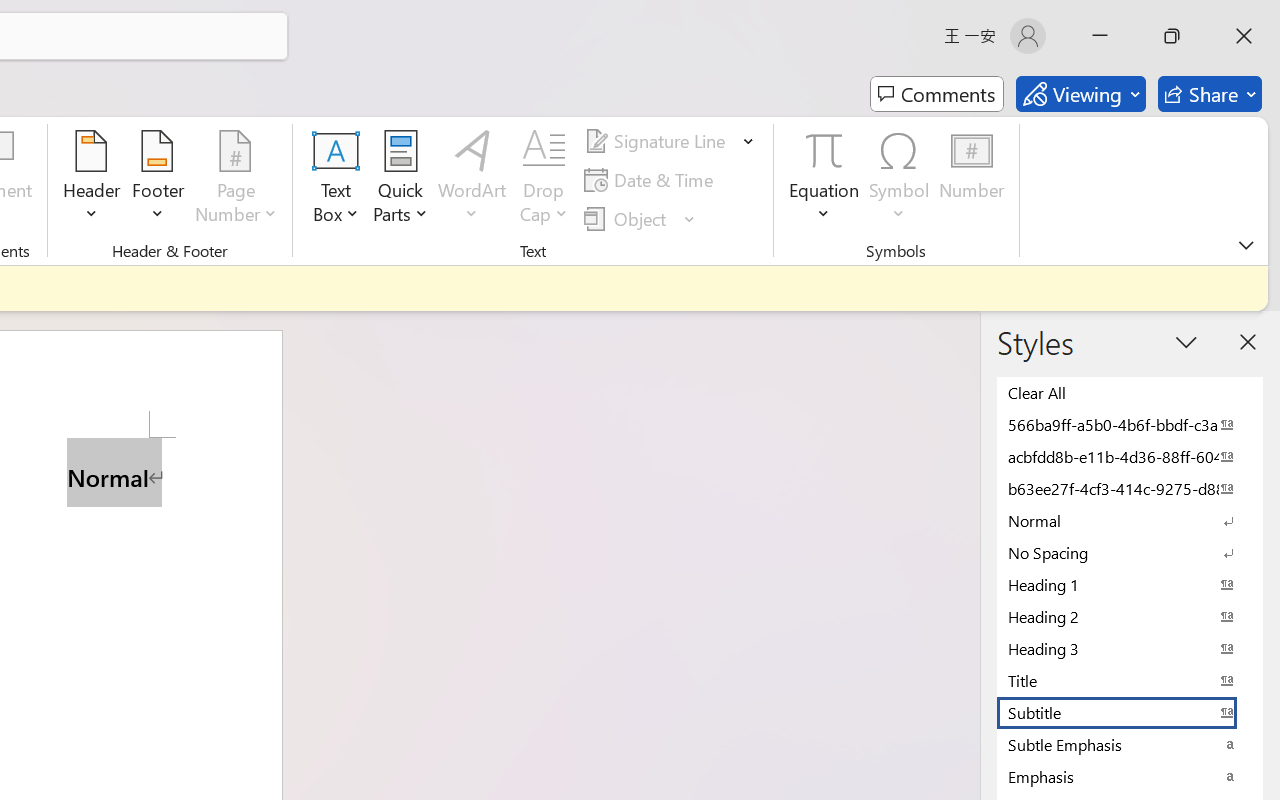 This screenshot has height=800, width=1280. Describe the element at coordinates (236, 179) in the screenshot. I see `'Page Number'` at that location.